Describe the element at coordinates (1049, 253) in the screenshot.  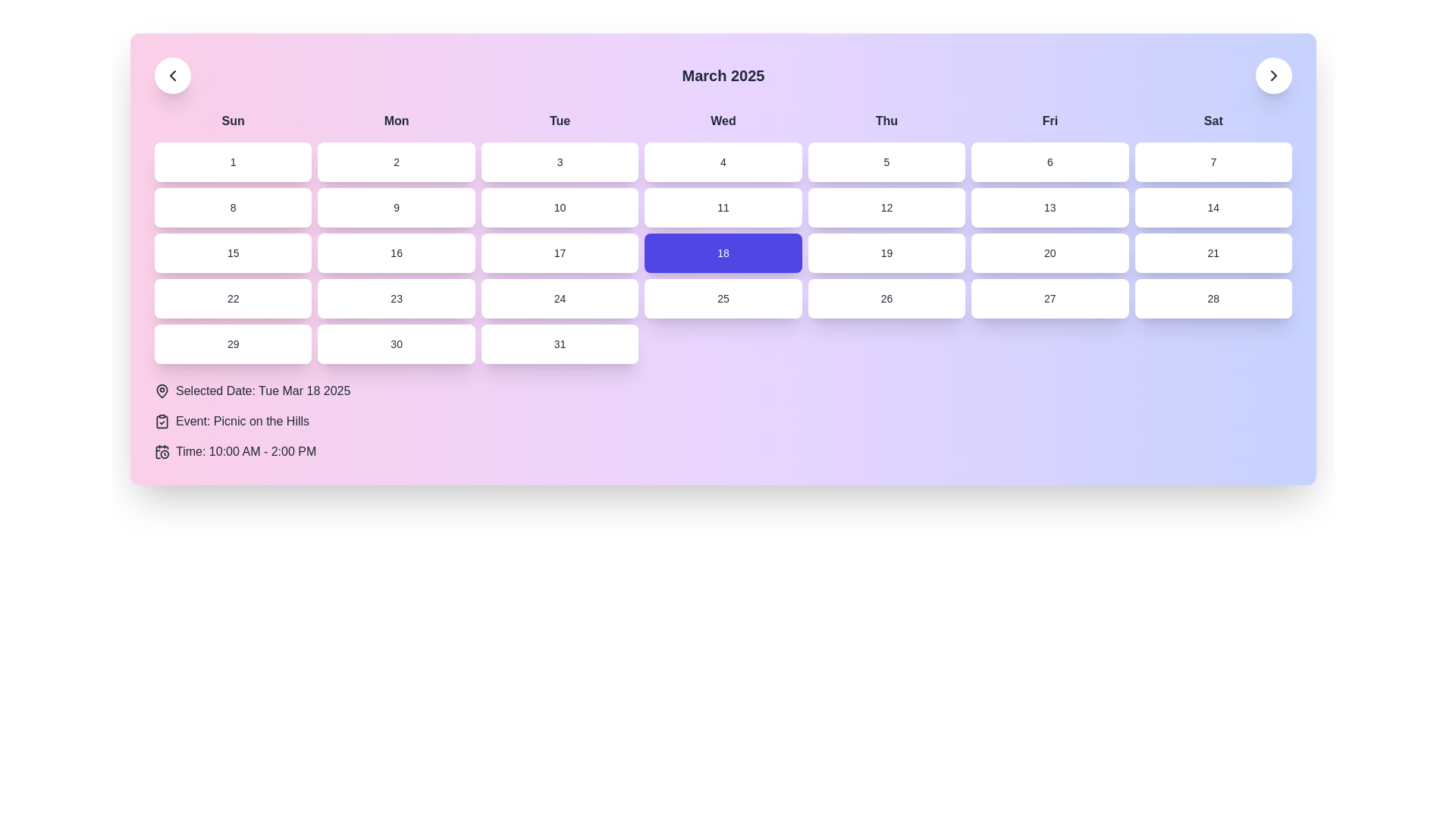
I see `the clickable date button representing the 20th in the calendar interface, located below the button labeled '19' and to the left of the button labeled '21'` at that location.